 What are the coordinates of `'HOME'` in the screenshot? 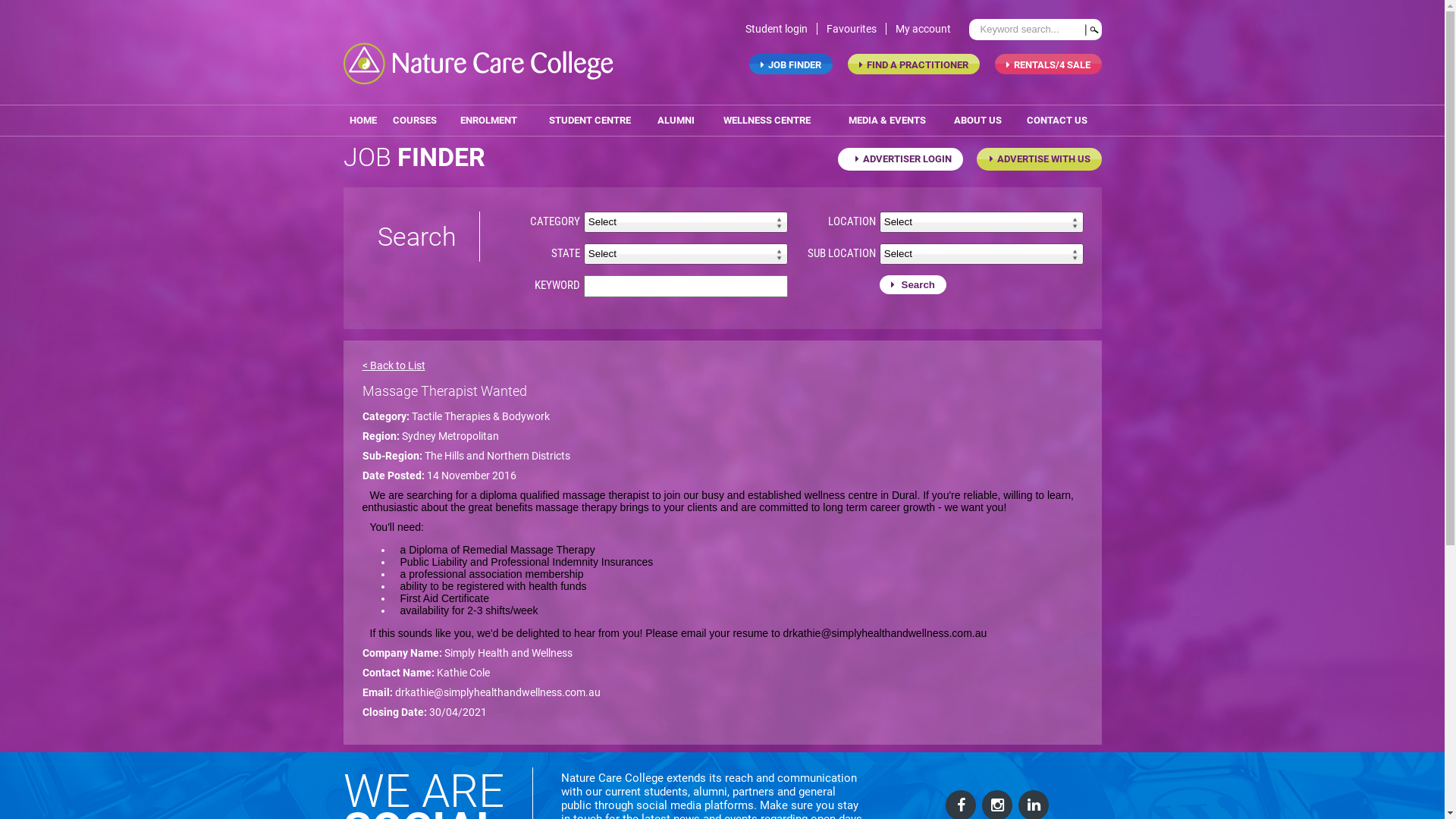 It's located at (362, 119).